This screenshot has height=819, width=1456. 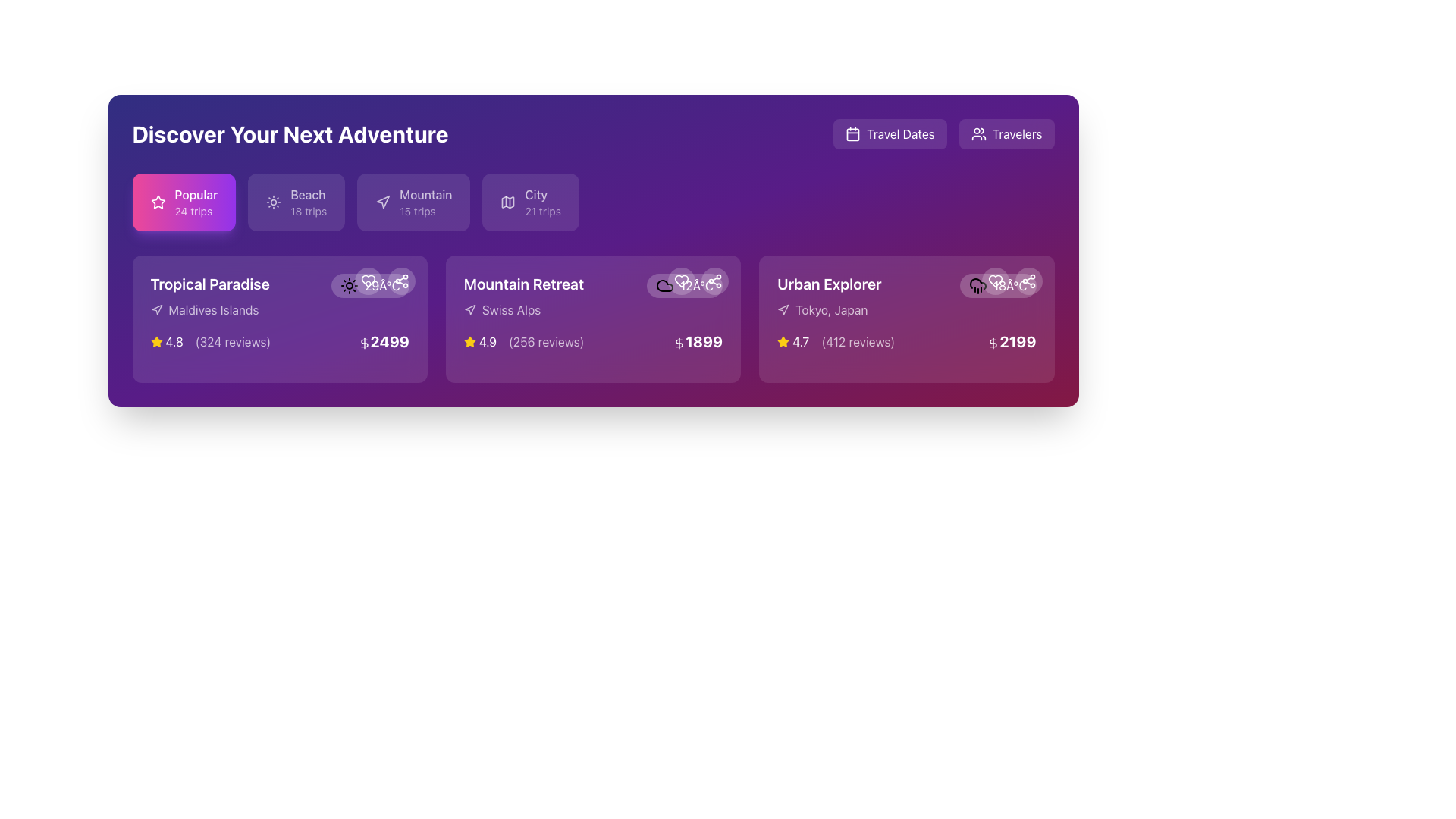 I want to click on the 'Swiss Alps' text label, which is styled in white text with slight transparency on a purple background, located in the 'Mountain Retreat' section of the interface, so click(x=511, y=309).